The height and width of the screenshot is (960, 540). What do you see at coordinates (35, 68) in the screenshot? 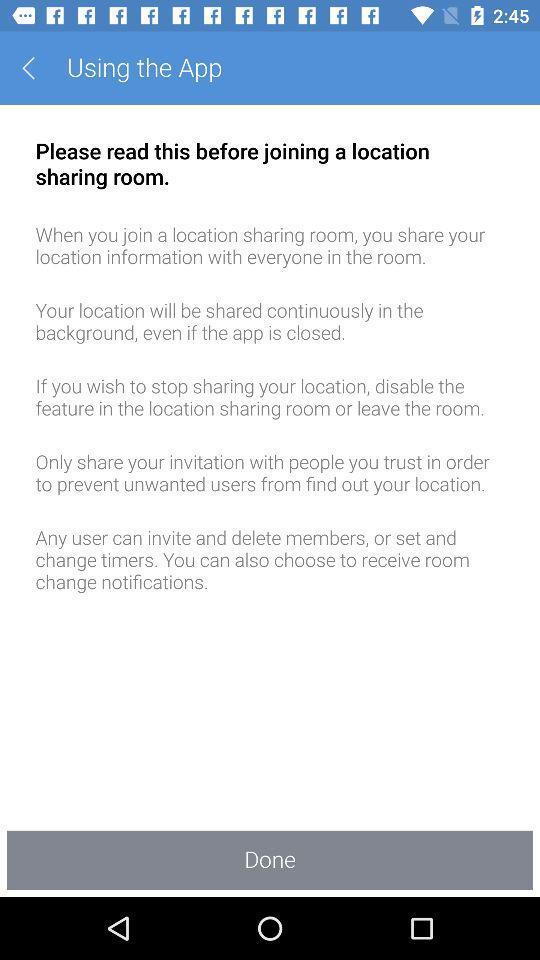
I see `the app next to the using the app` at bounding box center [35, 68].